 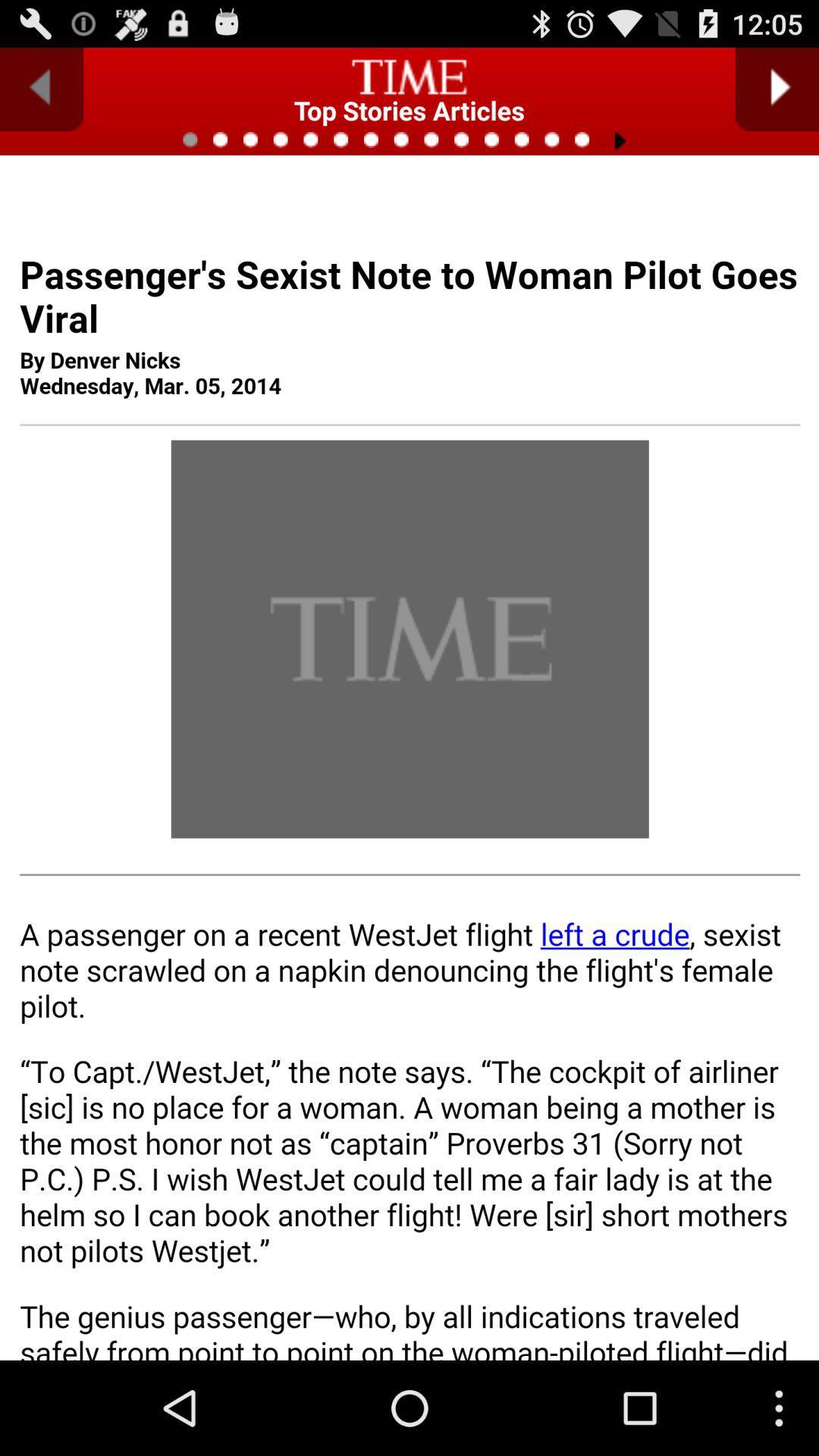 What do you see at coordinates (409, 807) in the screenshot?
I see `click on the it` at bounding box center [409, 807].